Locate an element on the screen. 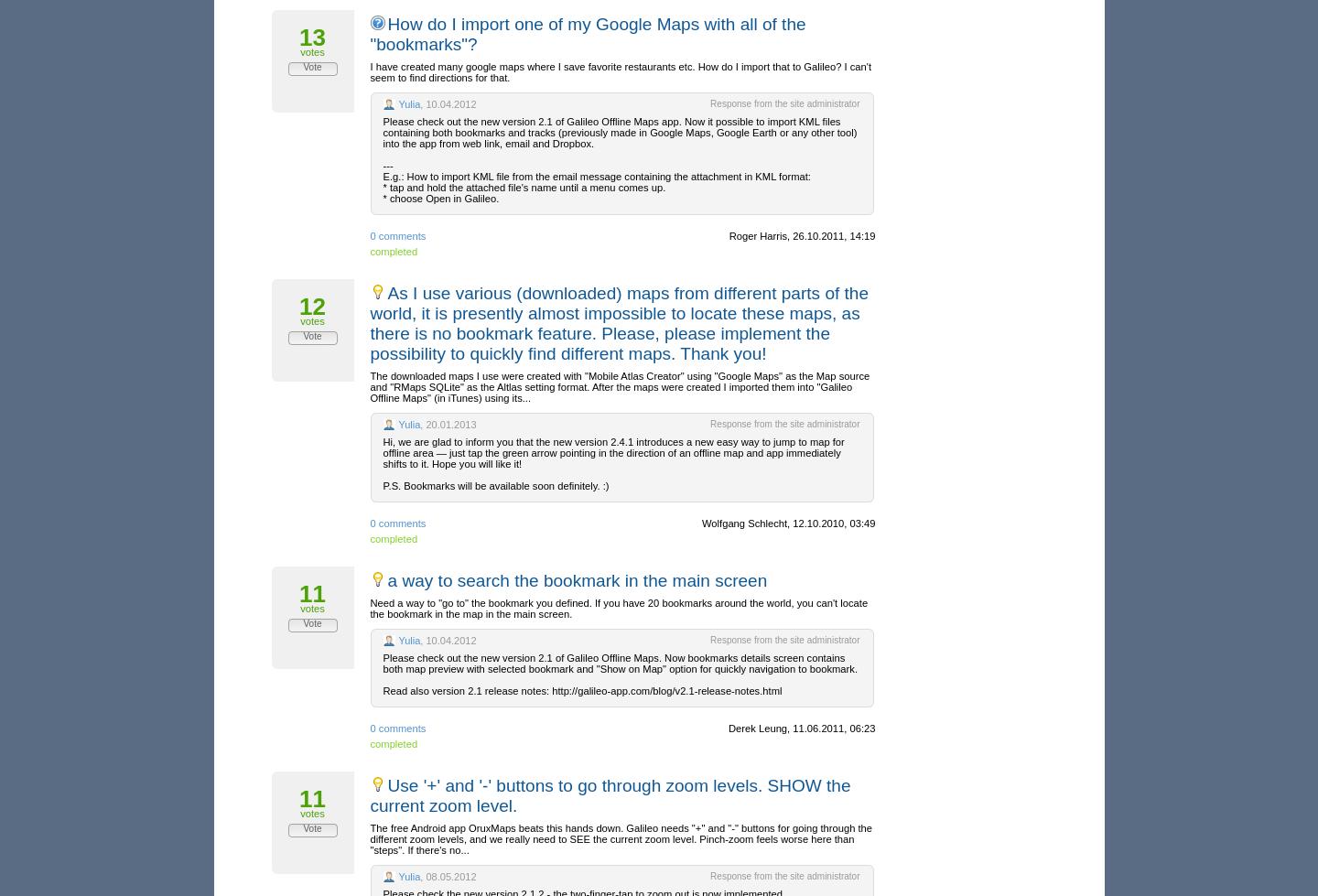  'Derek Leung, 11.06.2011, 06:23' is located at coordinates (800, 728).